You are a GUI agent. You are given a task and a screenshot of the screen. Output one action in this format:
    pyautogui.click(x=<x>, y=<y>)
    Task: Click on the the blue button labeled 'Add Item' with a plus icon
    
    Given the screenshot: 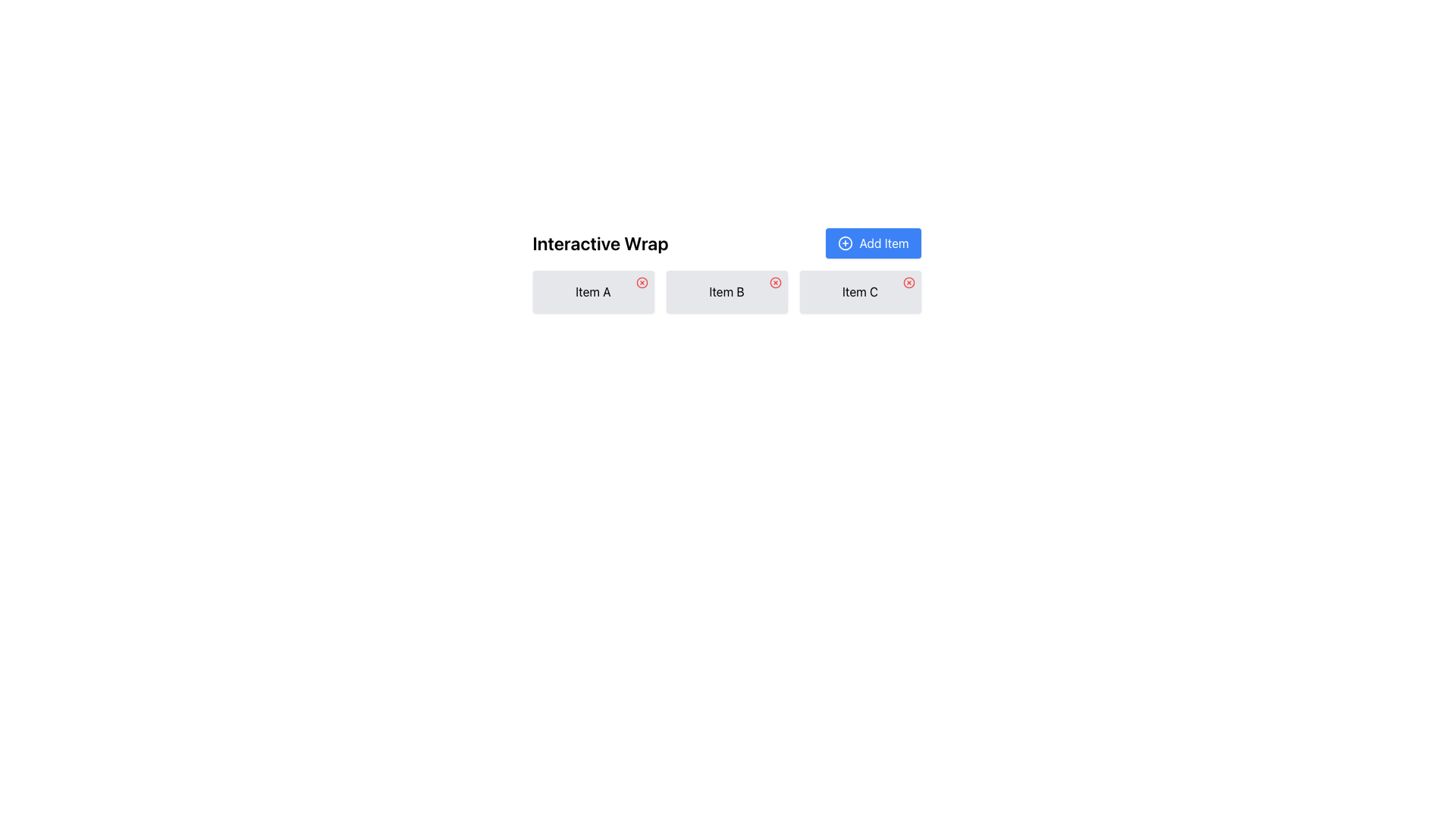 What is the action you would take?
    pyautogui.click(x=874, y=242)
    